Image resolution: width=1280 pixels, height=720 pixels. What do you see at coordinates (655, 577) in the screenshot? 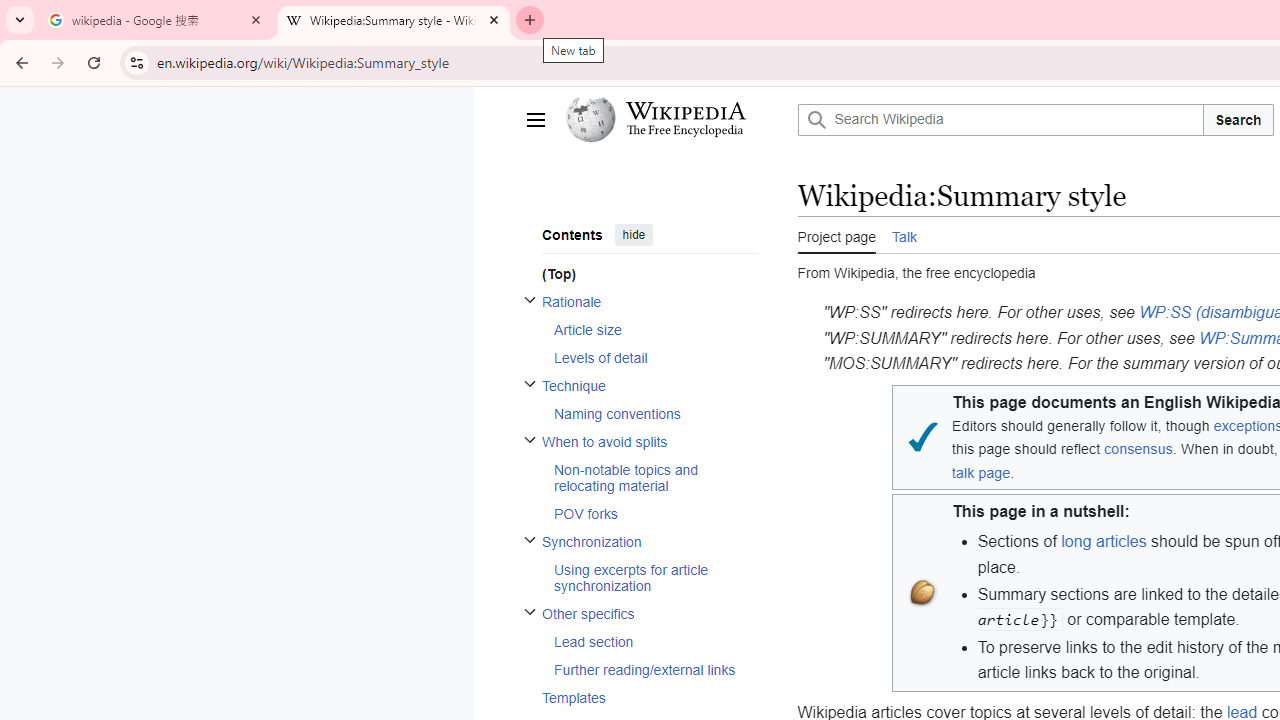
I see `'Using excerpts for article synchronization'` at bounding box center [655, 577].